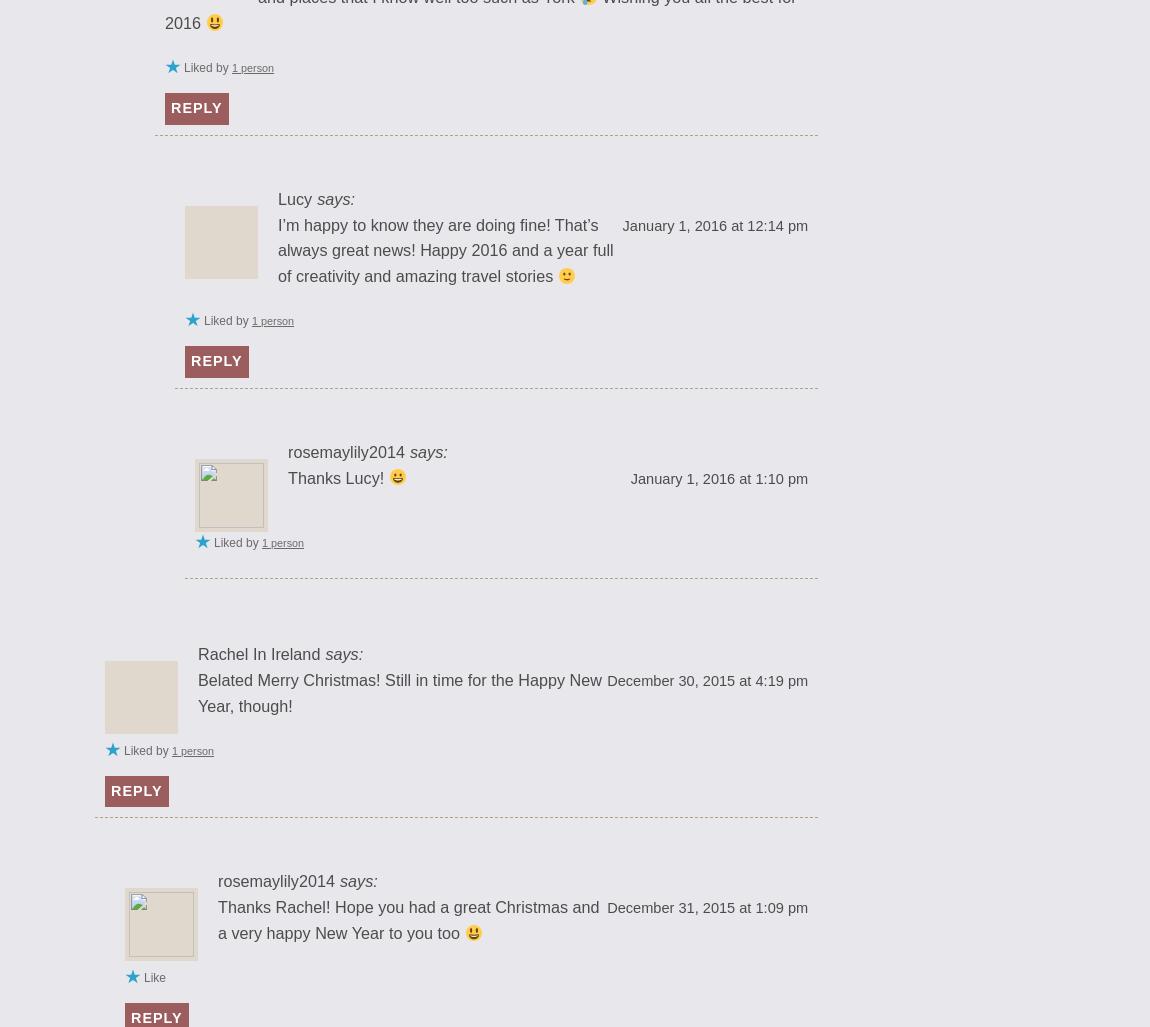  I want to click on 'January 1, 2016 at 12:14 pm', so click(713, 224).